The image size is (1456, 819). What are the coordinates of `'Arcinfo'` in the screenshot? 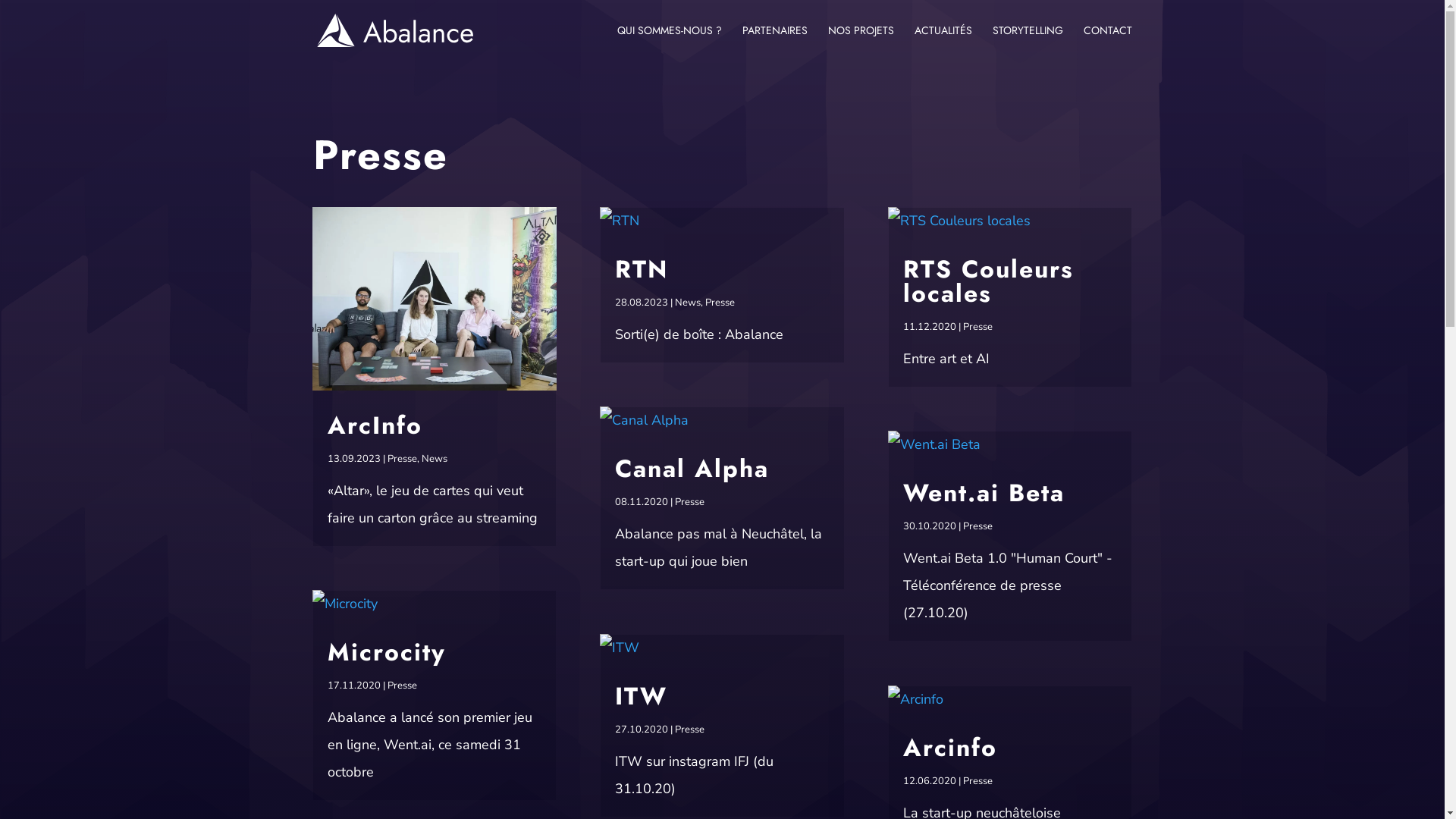 It's located at (949, 747).